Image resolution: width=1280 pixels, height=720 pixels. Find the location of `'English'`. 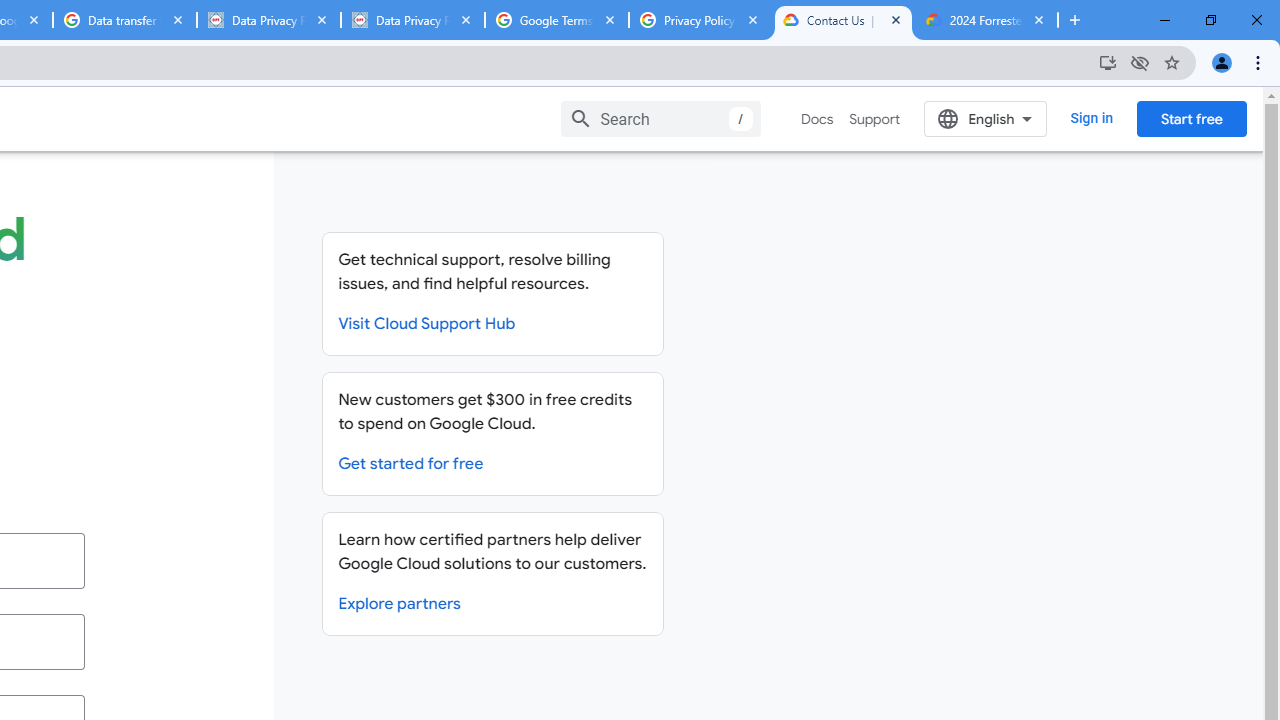

'English' is located at coordinates (985, 118).